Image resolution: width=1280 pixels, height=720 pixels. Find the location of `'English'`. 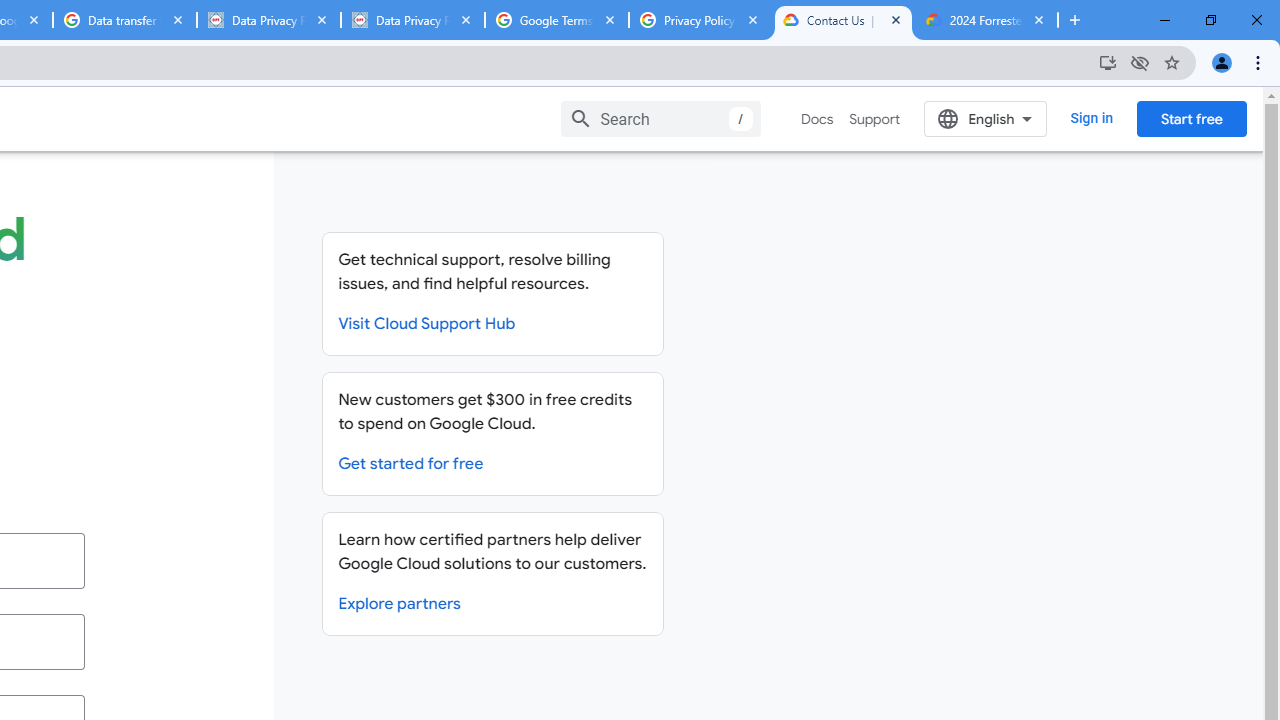

'English' is located at coordinates (985, 118).